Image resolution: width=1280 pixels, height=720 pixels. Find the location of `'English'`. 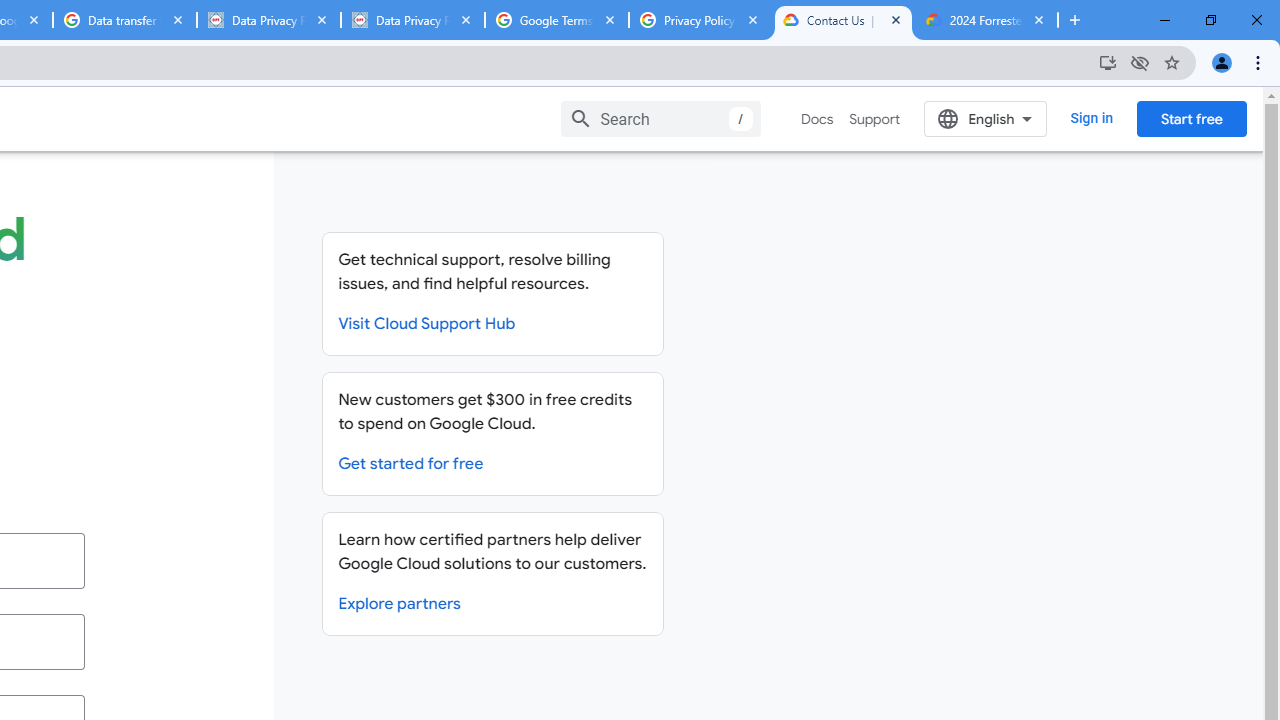

'English' is located at coordinates (985, 118).